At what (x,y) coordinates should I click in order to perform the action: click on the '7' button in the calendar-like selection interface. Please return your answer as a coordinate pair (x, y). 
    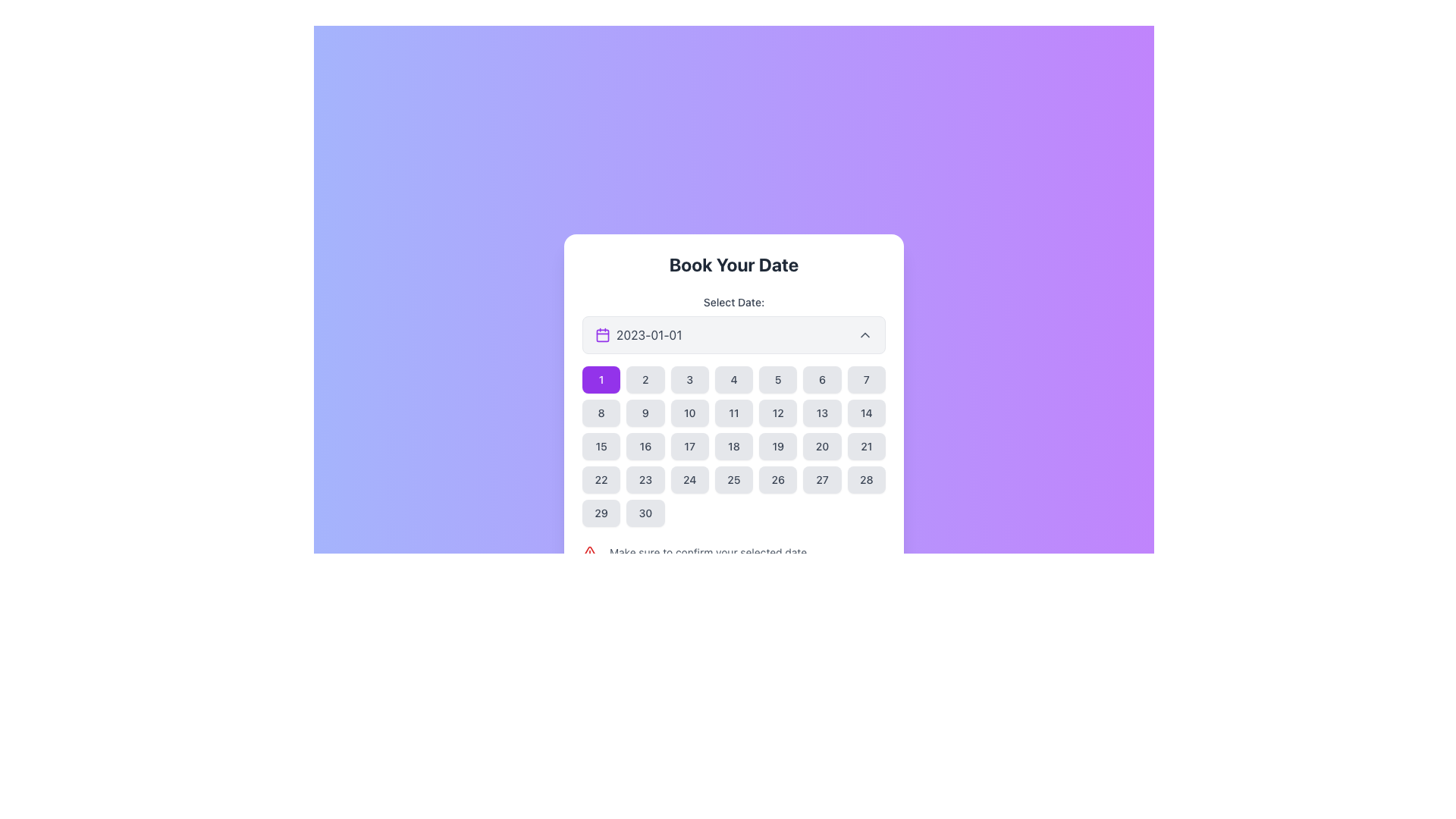
    Looking at the image, I should click on (866, 379).